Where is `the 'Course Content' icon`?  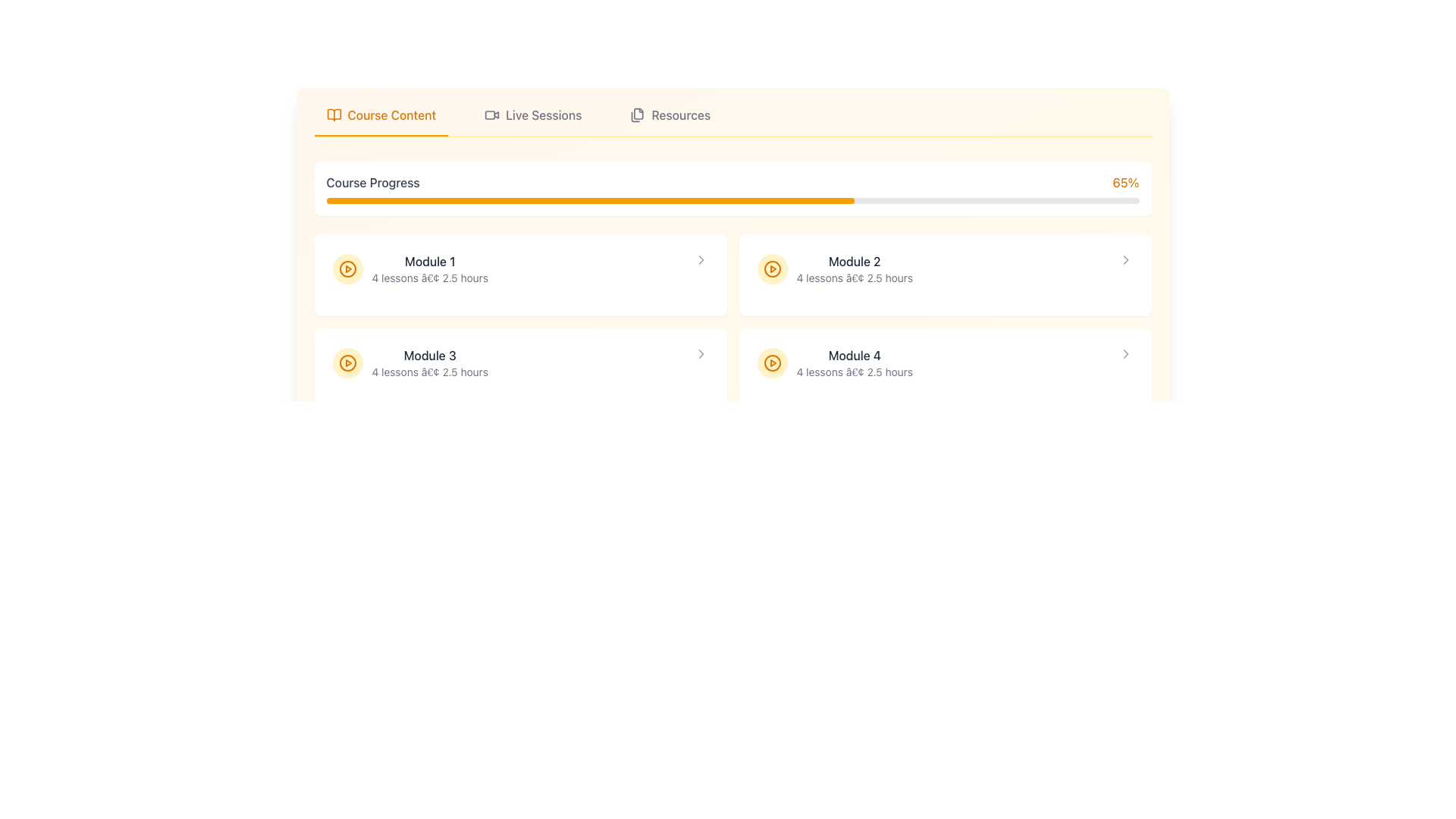 the 'Course Content' icon is located at coordinates (333, 114).